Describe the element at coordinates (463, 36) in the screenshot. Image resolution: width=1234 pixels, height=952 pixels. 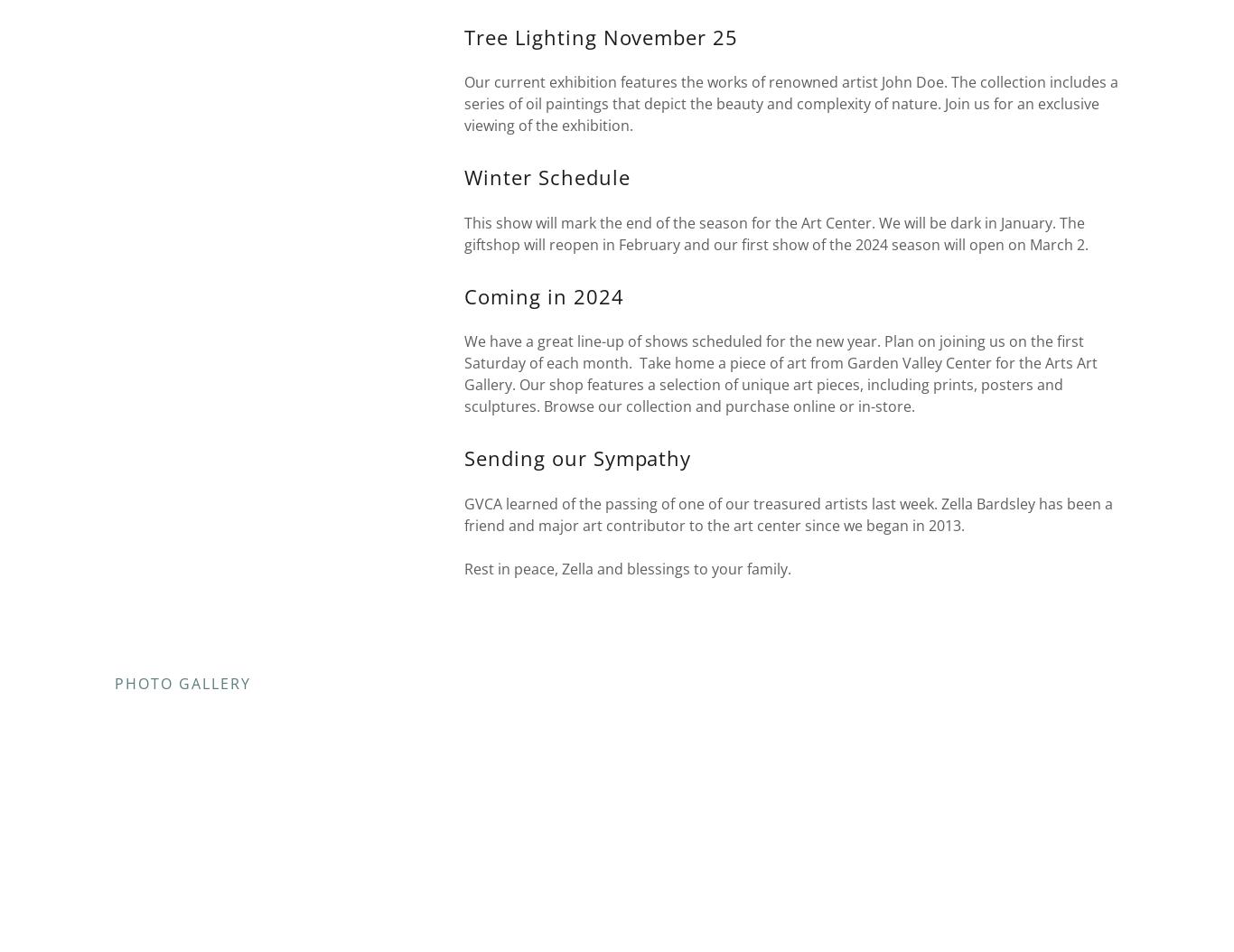
I see `'Tree Lighting November 25'` at that location.